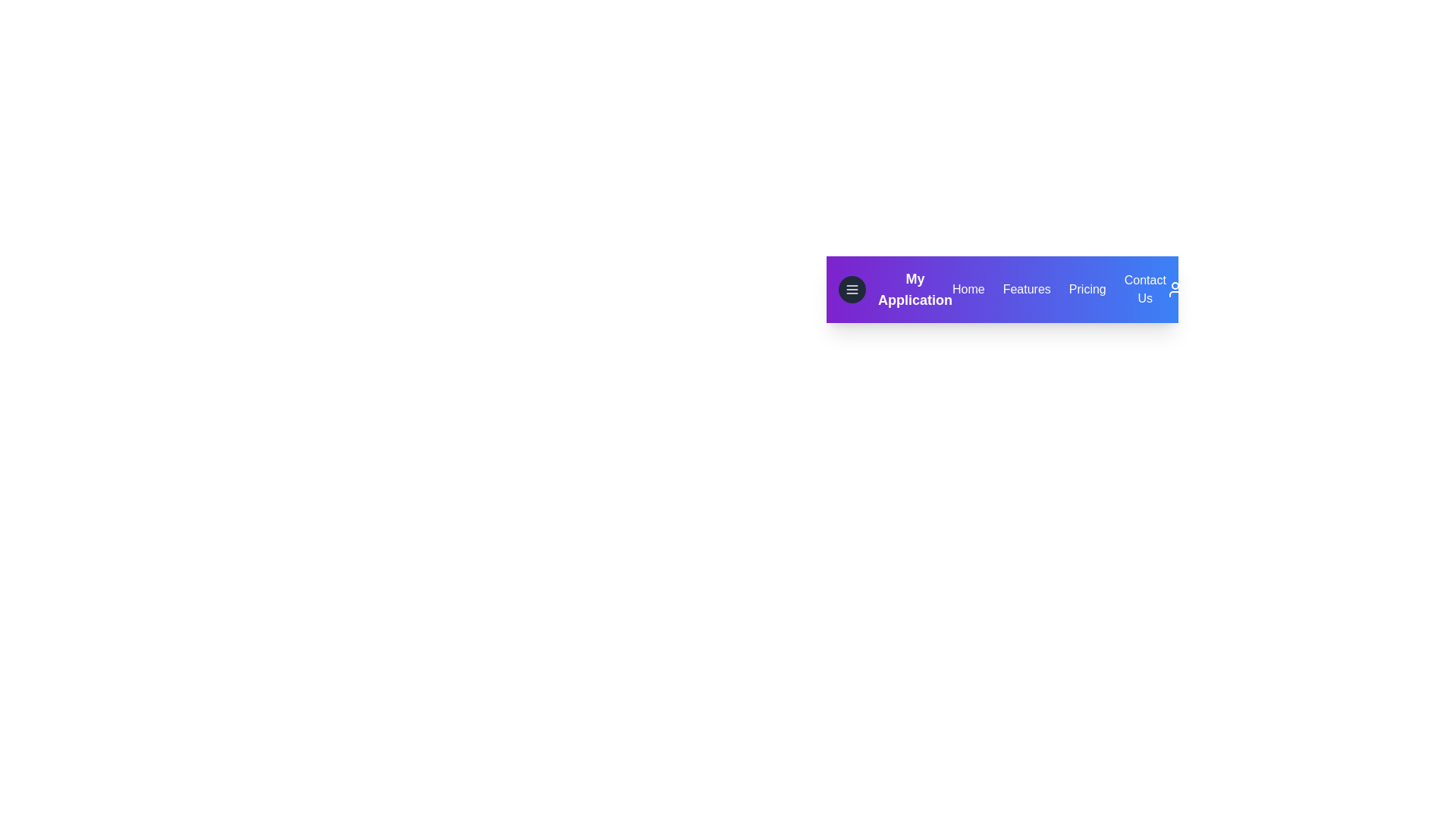 This screenshot has width=1456, height=819. I want to click on the navigation link labeled Contact Us, so click(1145, 289).